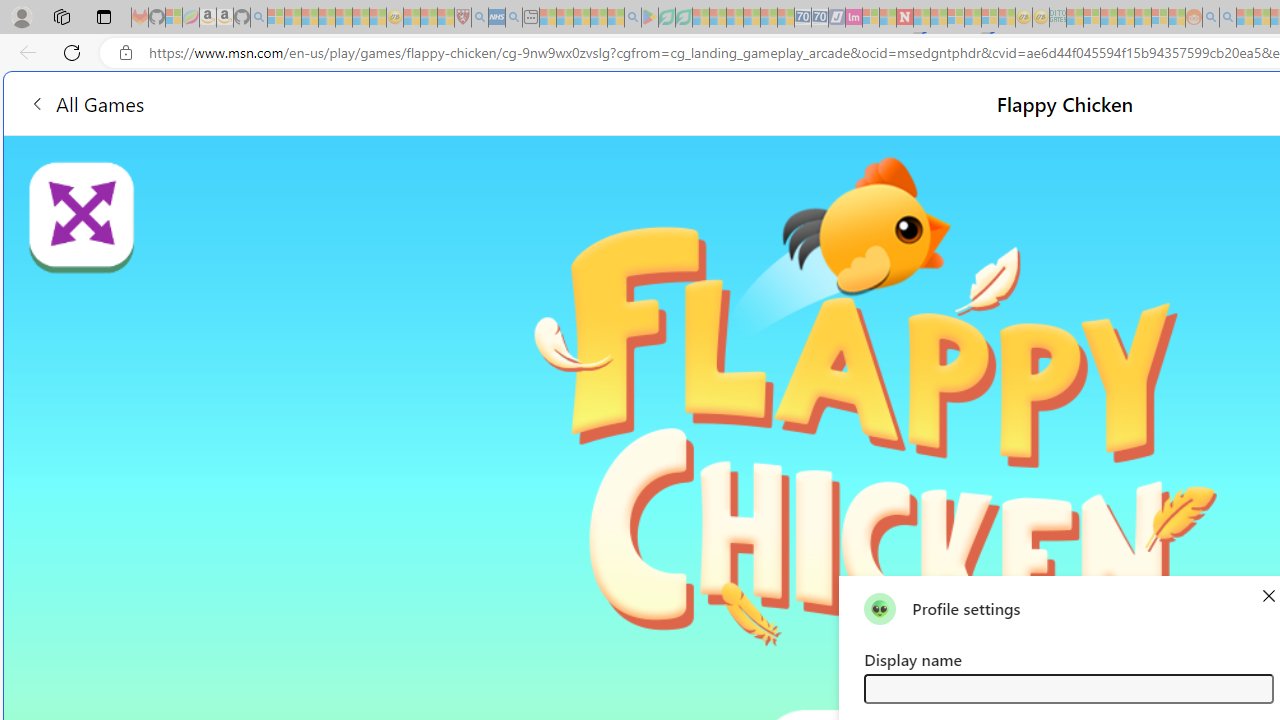 The height and width of the screenshot is (720, 1280). I want to click on 'Jobs - lastminute.com Investor Portal - Sleeping', so click(853, 17).